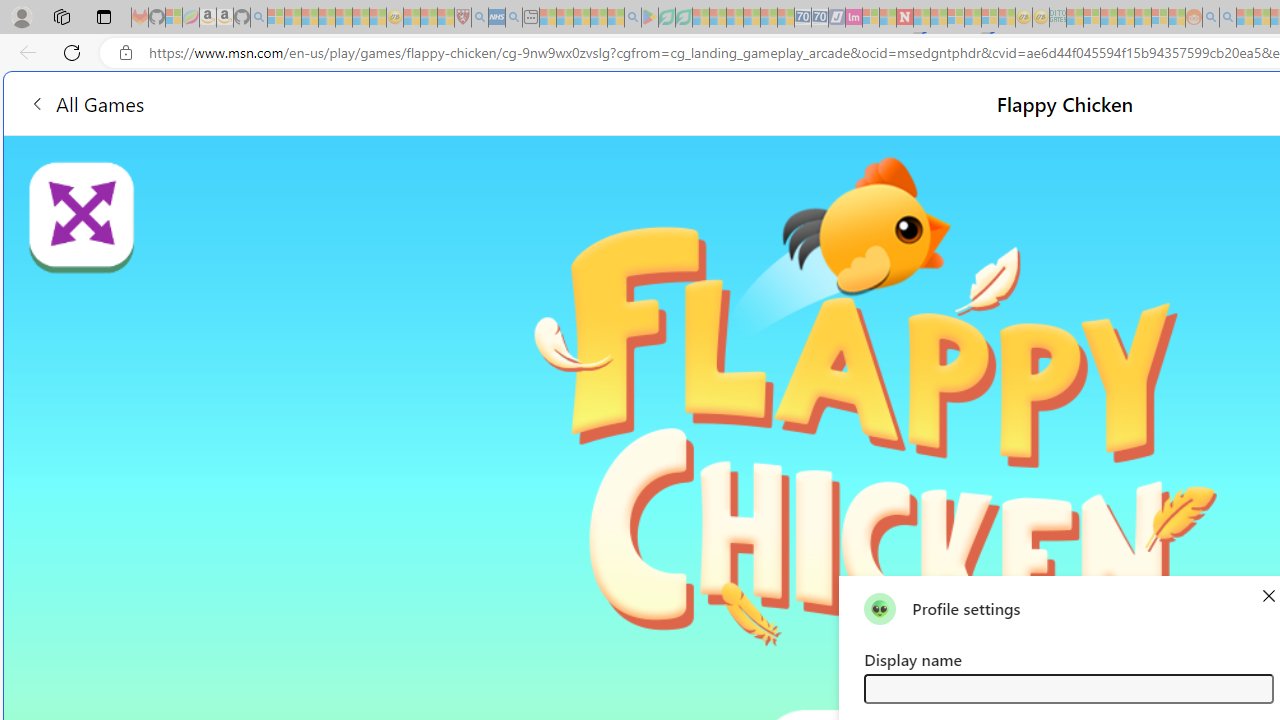 The height and width of the screenshot is (720, 1280). I want to click on 'Jobs - lastminute.com Investor Portal - Sleeping', so click(853, 17).